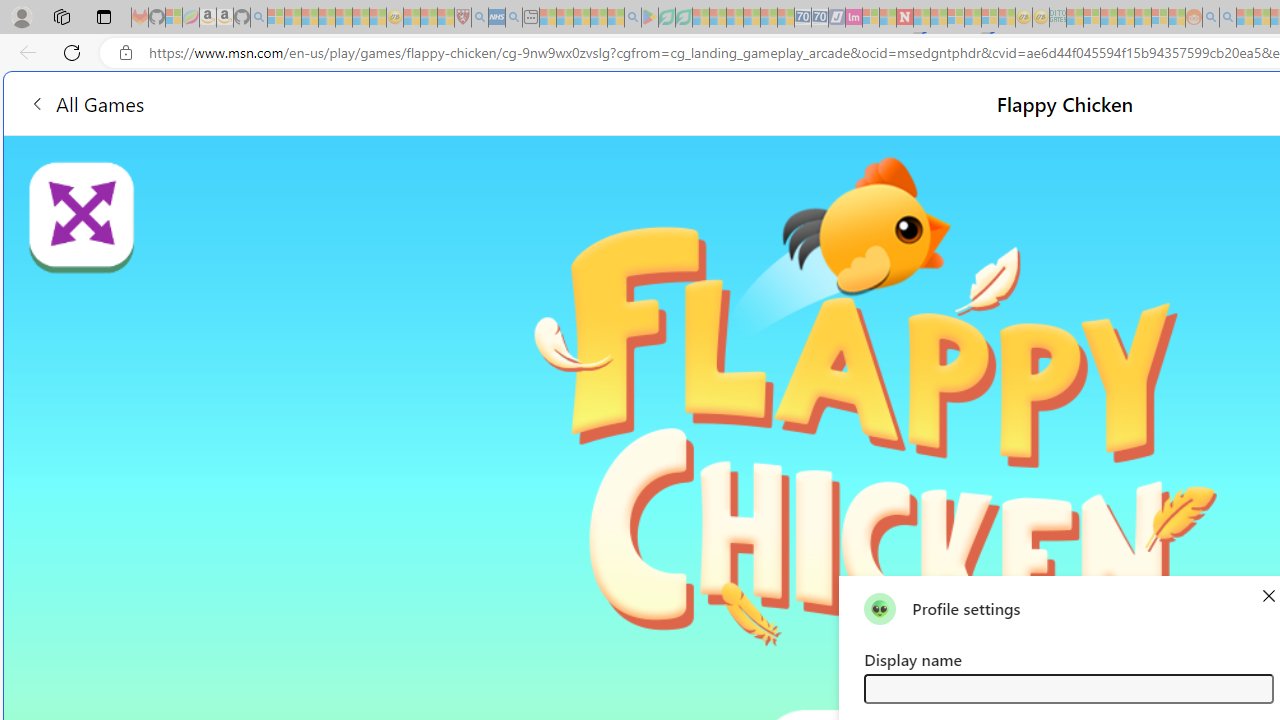 The height and width of the screenshot is (720, 1280). I want to click on 'Jobs - lastminute.com Investor Portal - Sleeping', so click(853, 17).